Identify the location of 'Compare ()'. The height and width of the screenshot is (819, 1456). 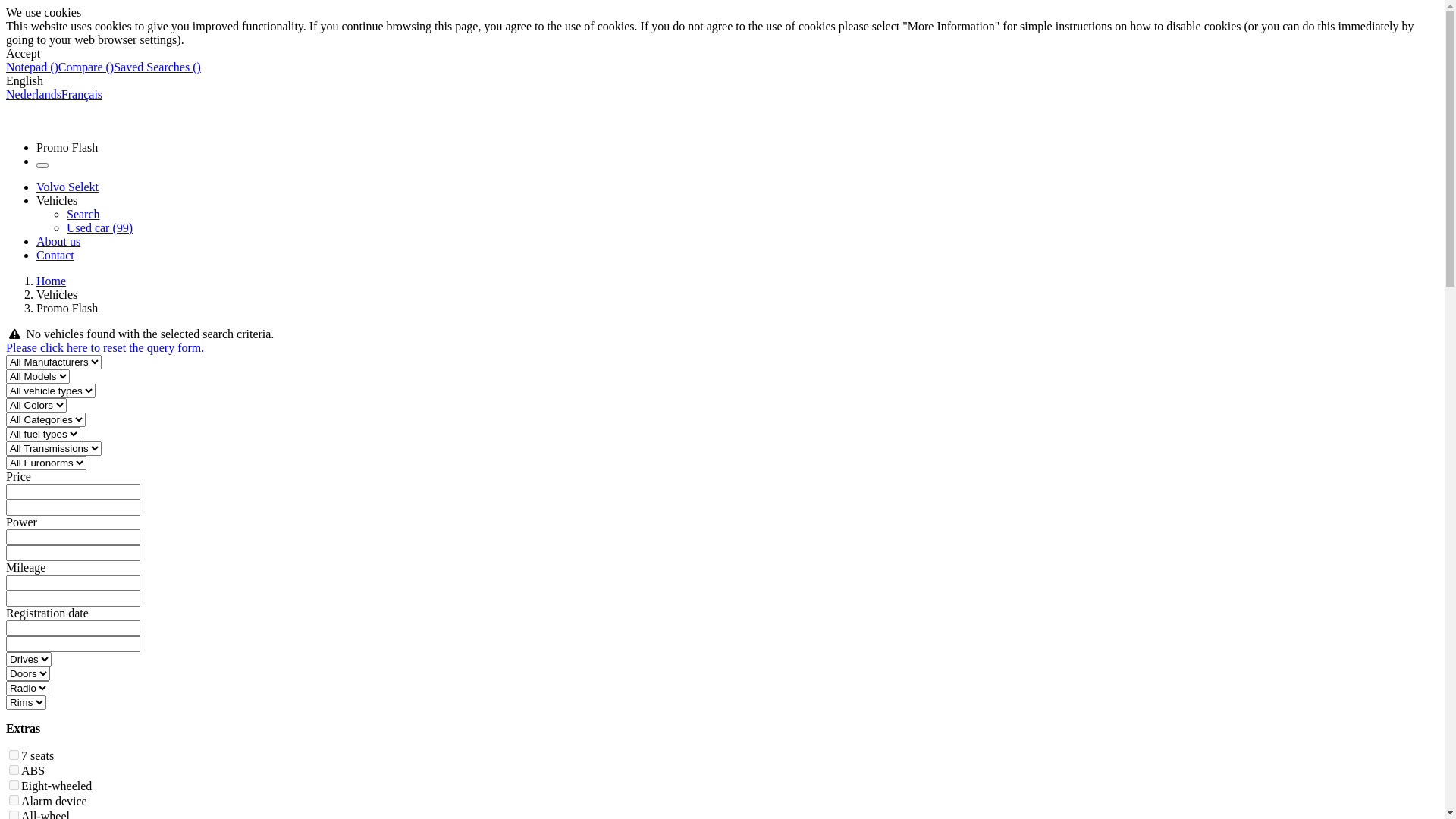
(85, 66).